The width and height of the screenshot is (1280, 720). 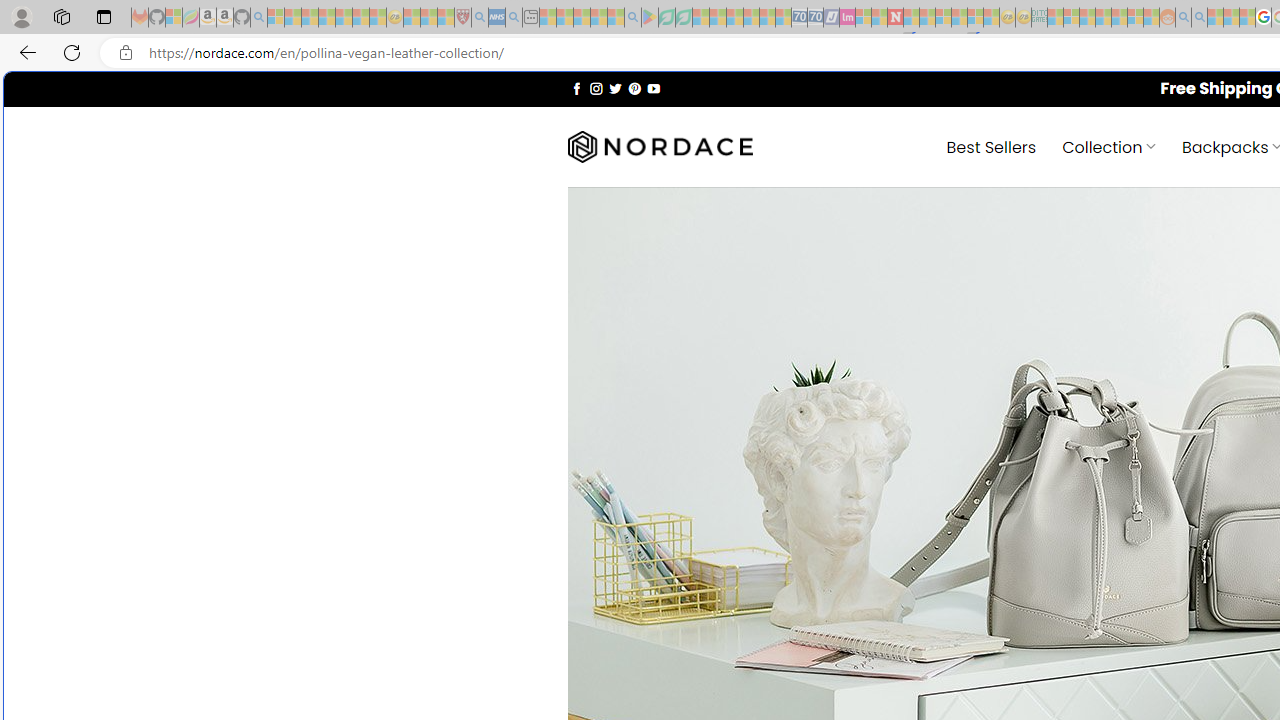 What do you see at coordinates (1120, 17) in the screenshot?
I see `'Kinda Frugal - MSN - Sleeping'` at bounding box center [1120, 17].